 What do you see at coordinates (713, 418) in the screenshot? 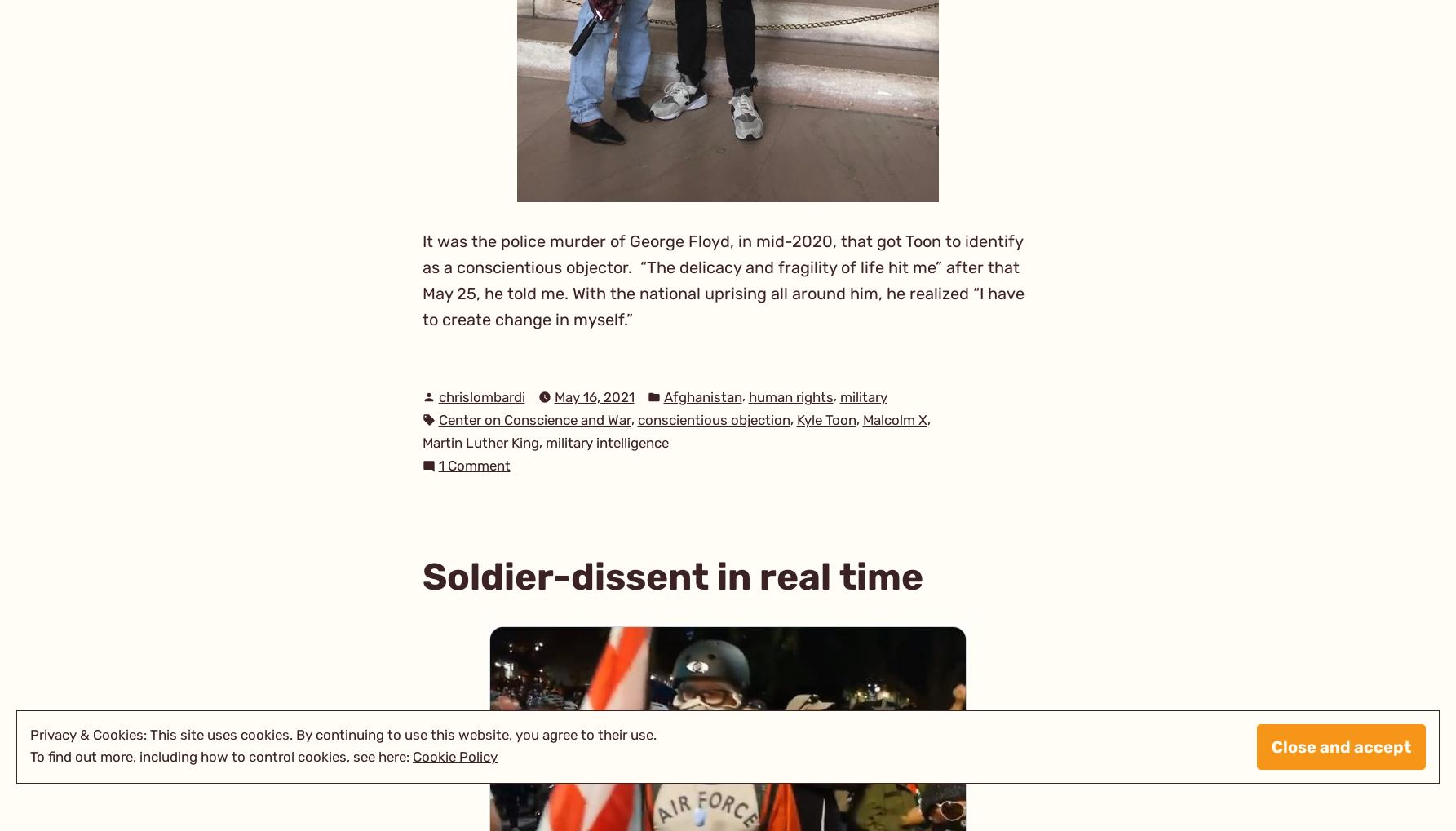
I see `'conscientious objection'` at bounding box center [713, 418].